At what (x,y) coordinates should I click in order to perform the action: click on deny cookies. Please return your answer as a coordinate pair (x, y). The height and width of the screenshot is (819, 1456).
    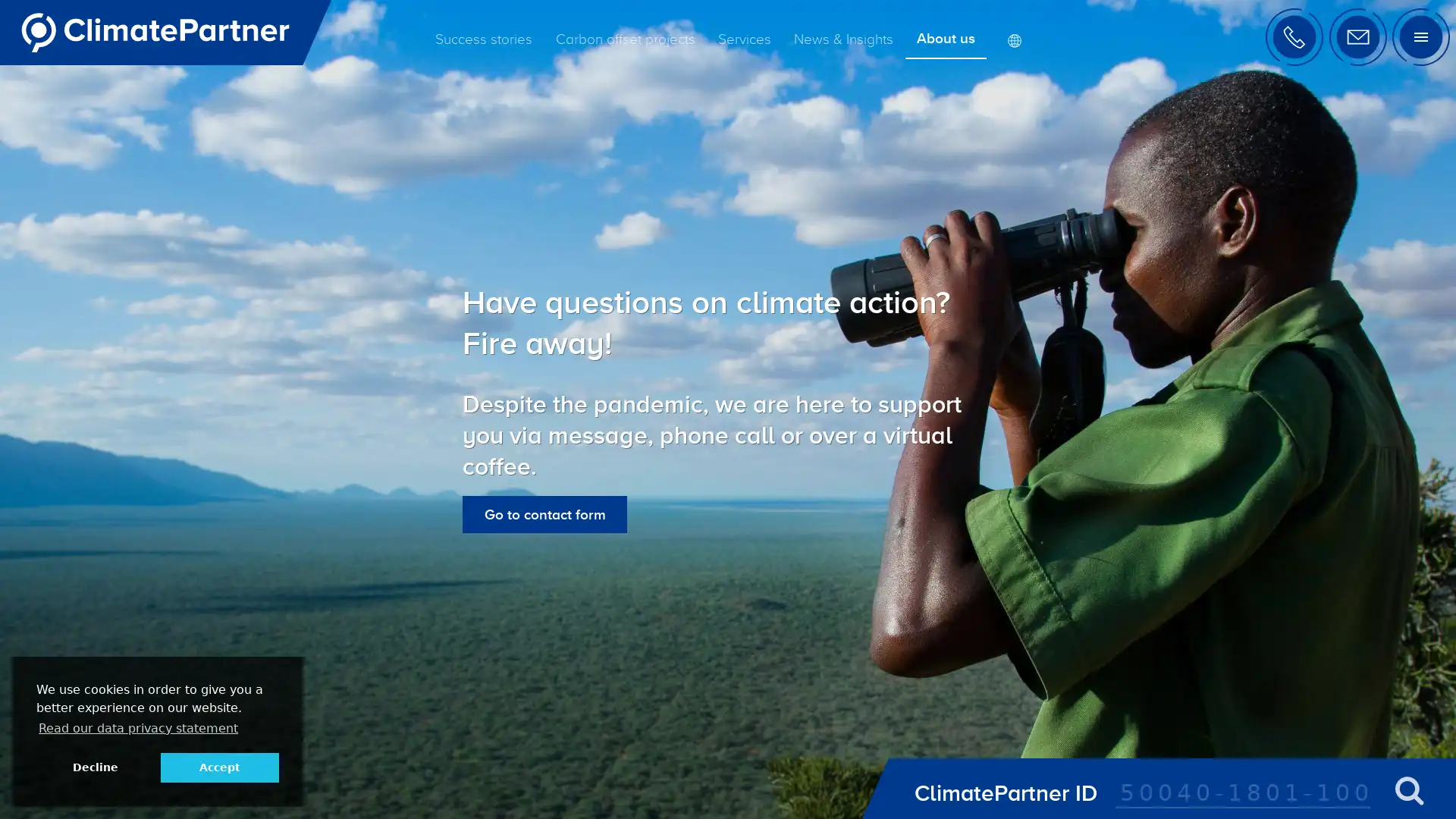
    Looking at the image, I should click on (94, 767).